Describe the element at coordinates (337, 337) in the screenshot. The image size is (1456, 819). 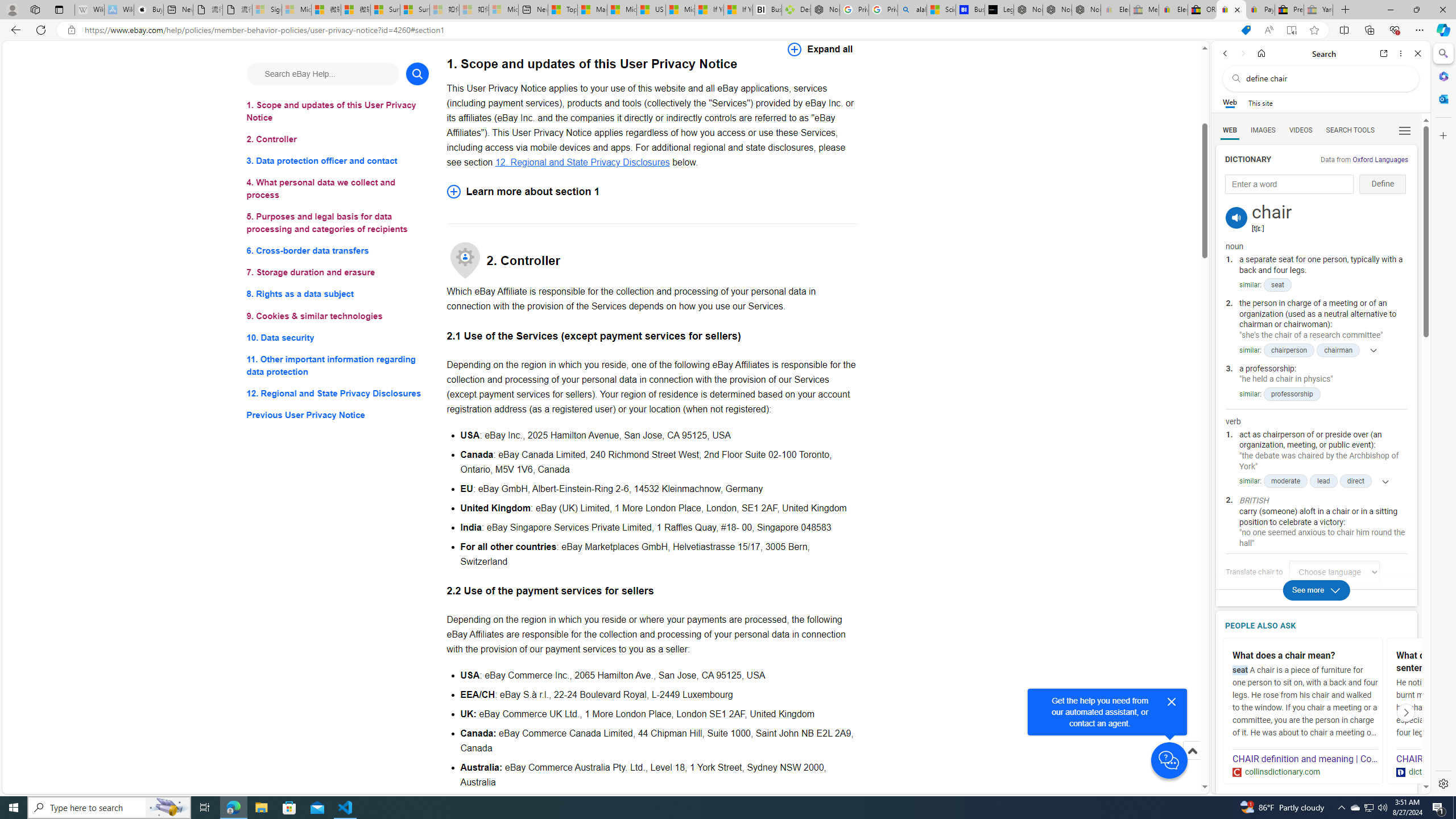
I see `'10. Data security'` at that location.